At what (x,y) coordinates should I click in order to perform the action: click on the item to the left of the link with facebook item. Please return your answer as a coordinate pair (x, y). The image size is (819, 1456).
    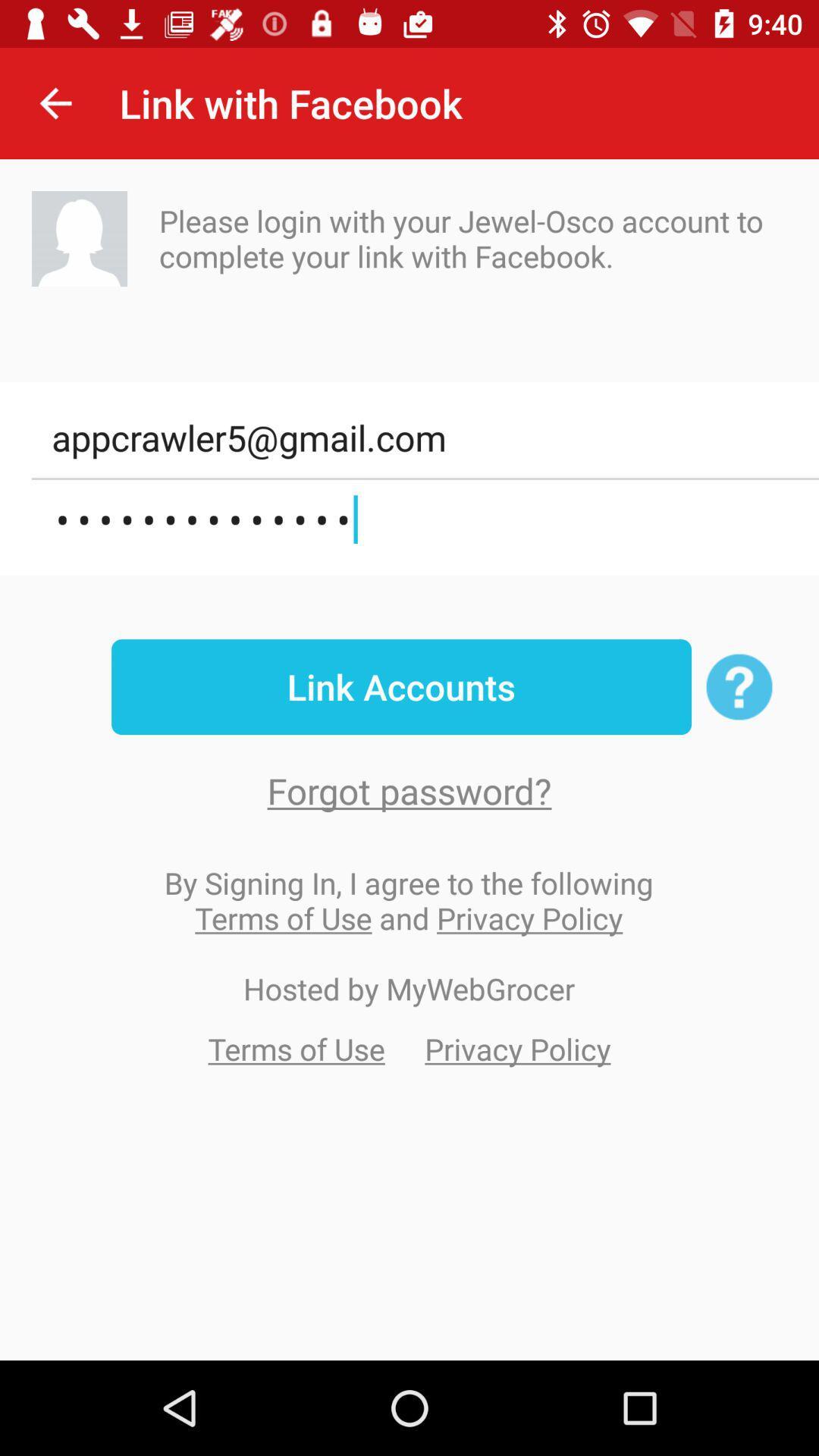
    Looking at the image, I should click on (55, 102).